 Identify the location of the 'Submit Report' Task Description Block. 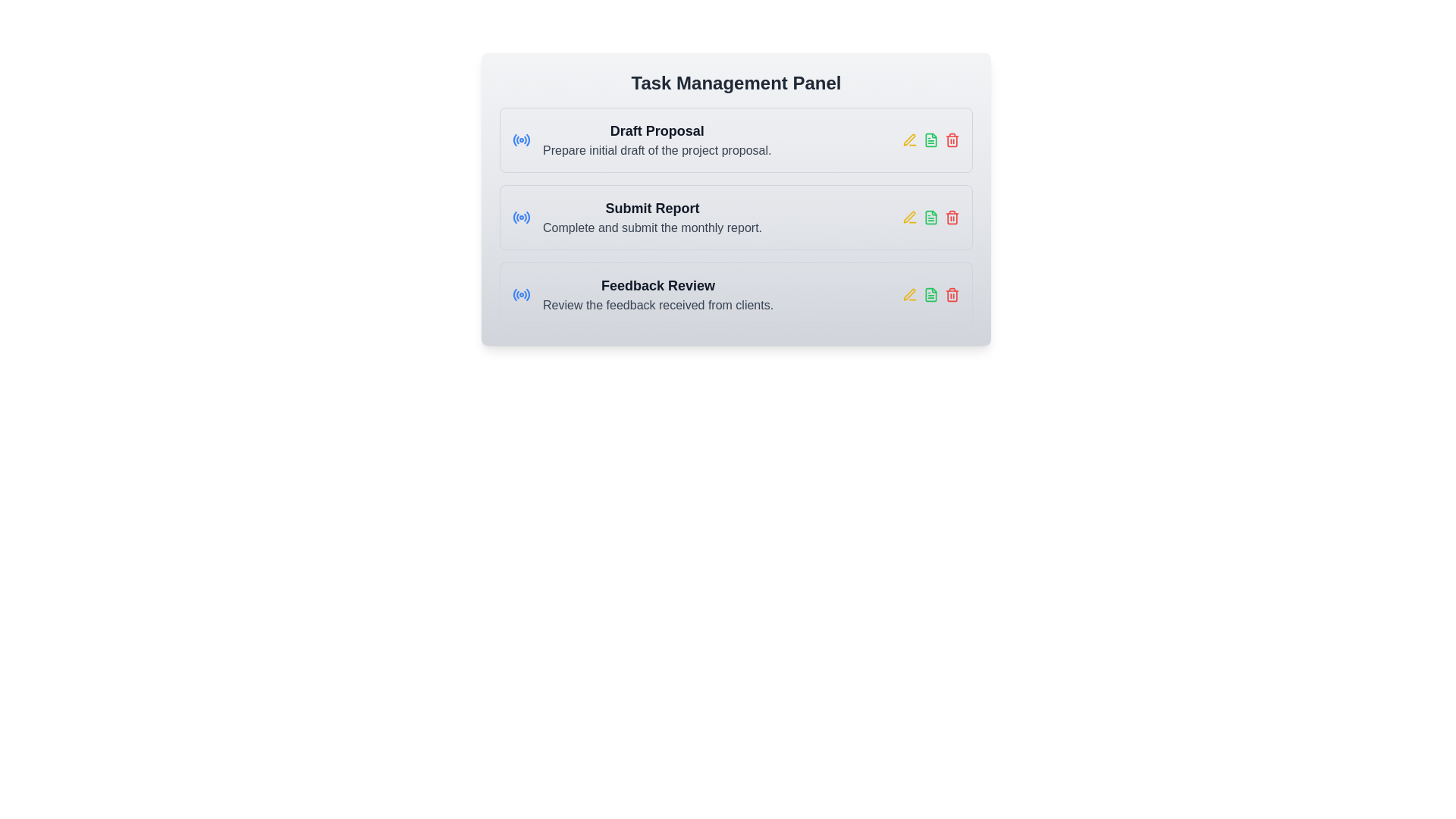
(652, 217).